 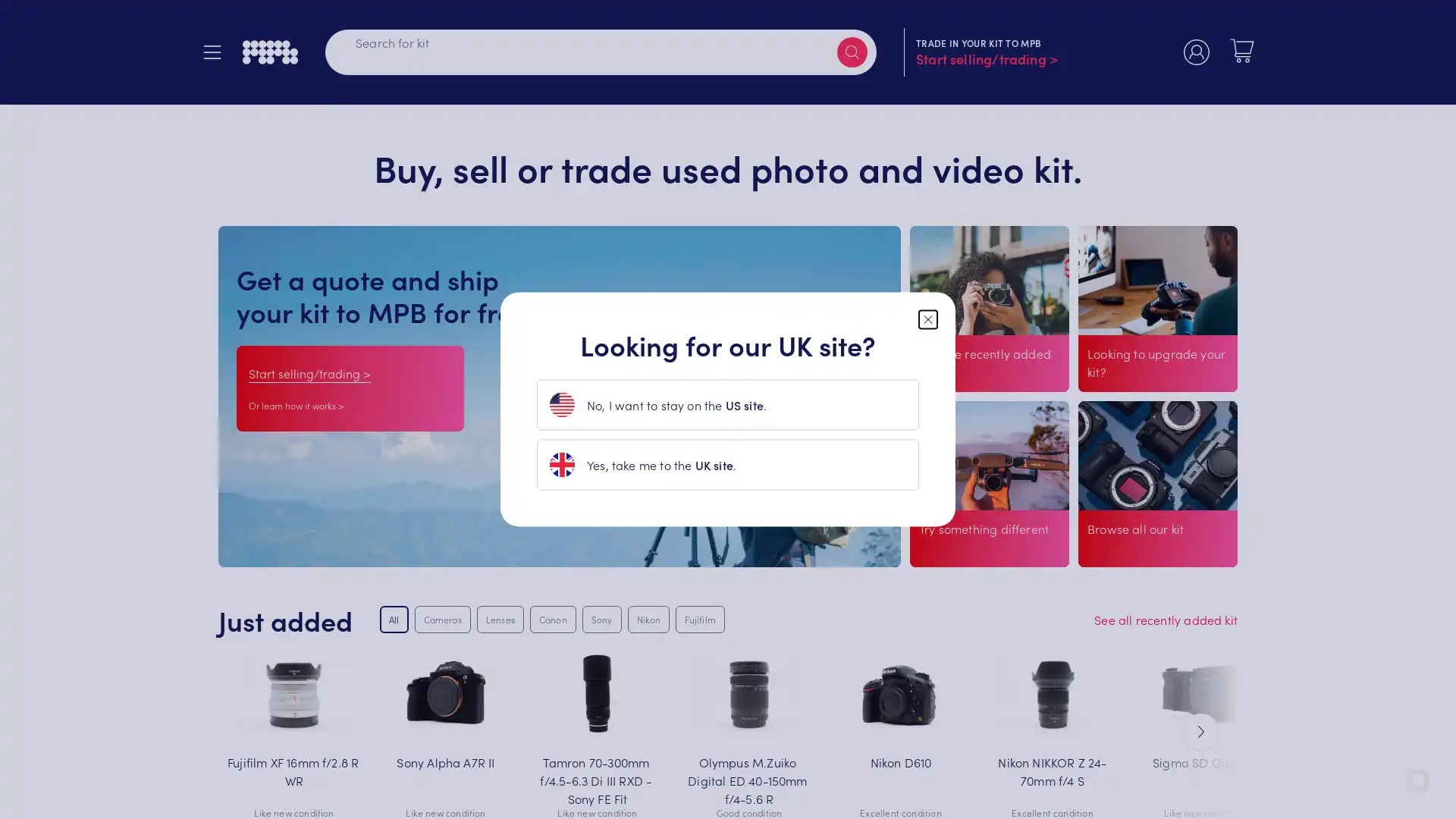 I want to click on Menu, so click(x=218, y=54).